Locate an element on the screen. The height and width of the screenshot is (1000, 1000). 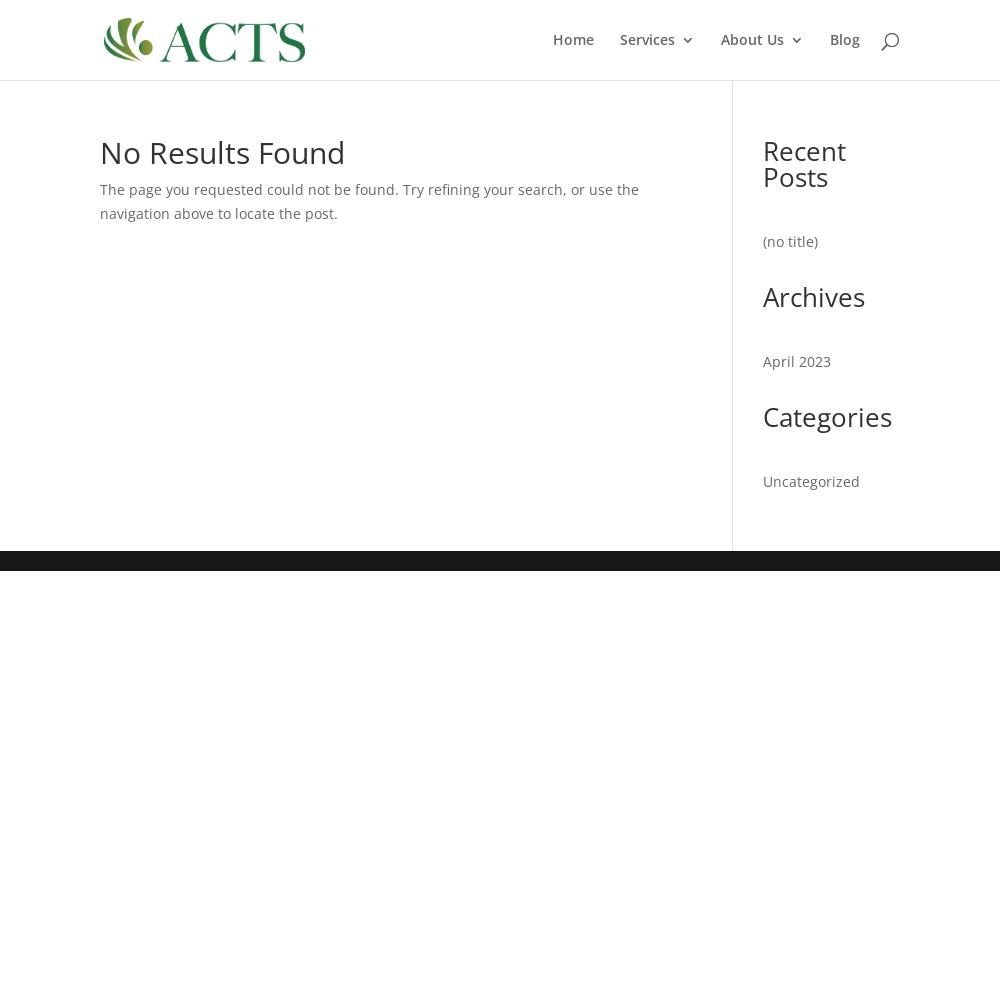
'Approved Providers' is located at coordinates (827, 162).